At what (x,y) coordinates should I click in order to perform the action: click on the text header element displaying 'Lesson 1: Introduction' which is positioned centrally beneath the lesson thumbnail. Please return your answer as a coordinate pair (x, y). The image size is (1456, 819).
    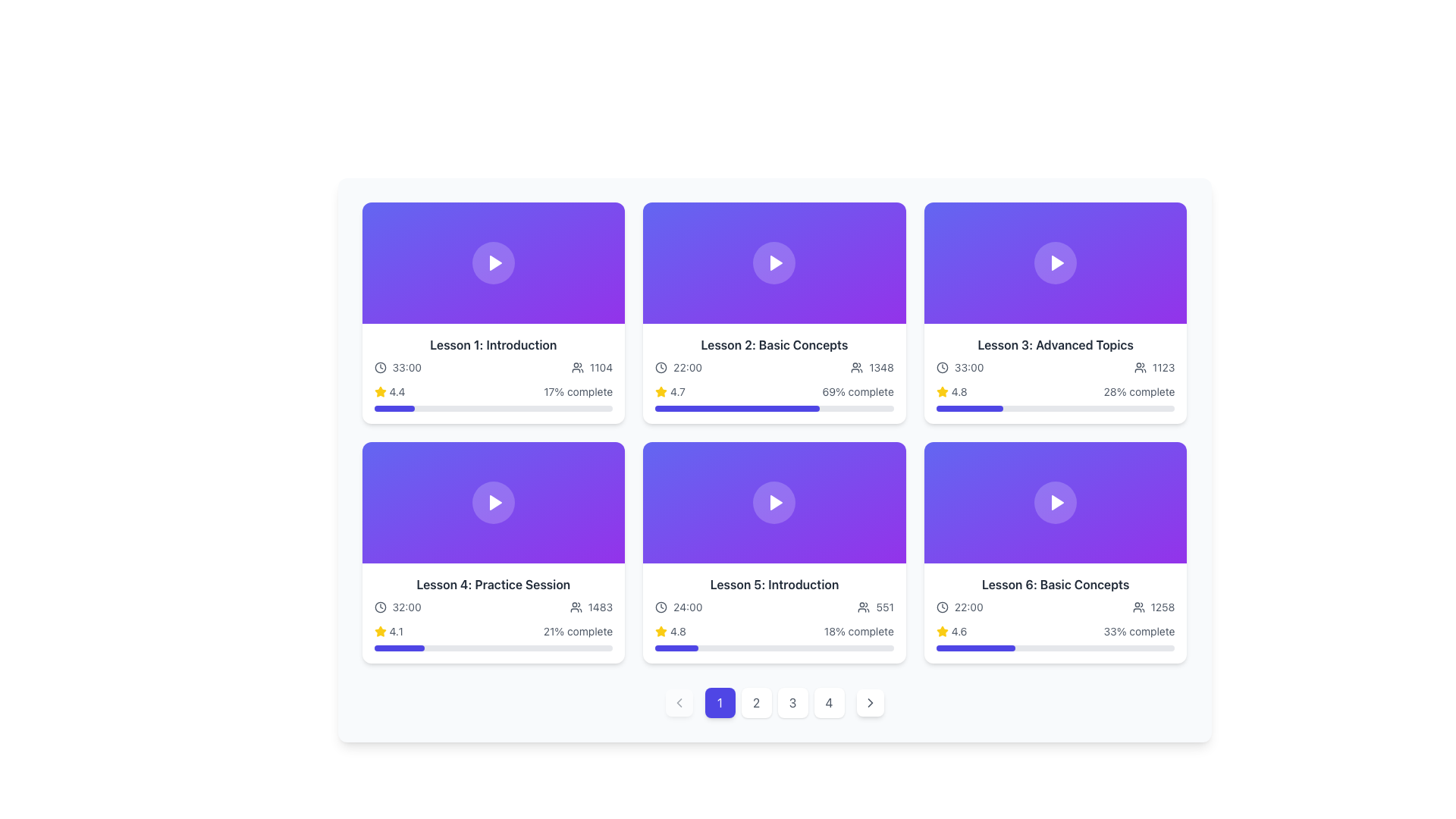
    Looking at the image, I should click on (493, 345).